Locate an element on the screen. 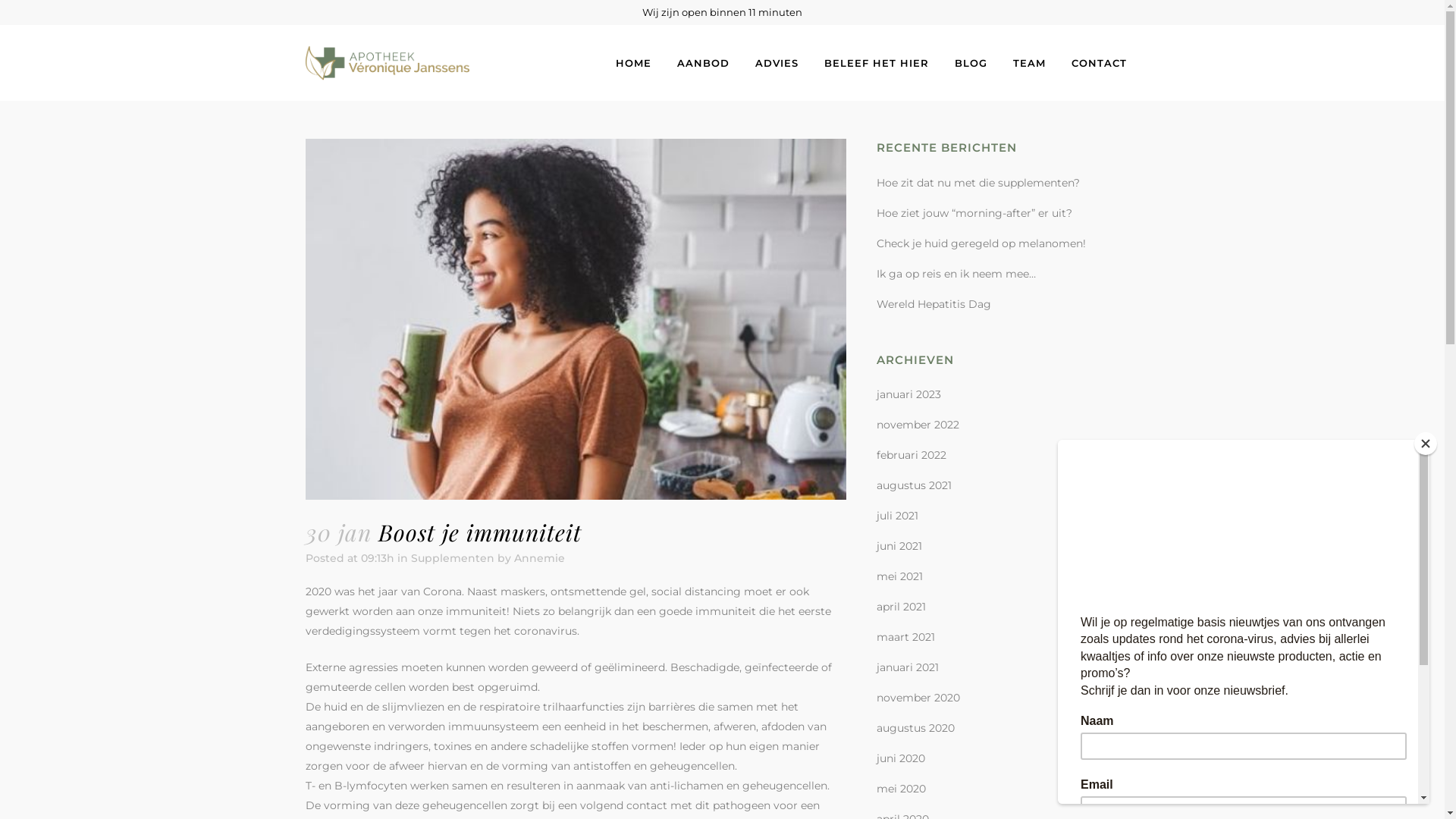 This screenshot has width=1456, height=819. 'Wereld Hepatitis Dag' is located at coordinates (933, 304).